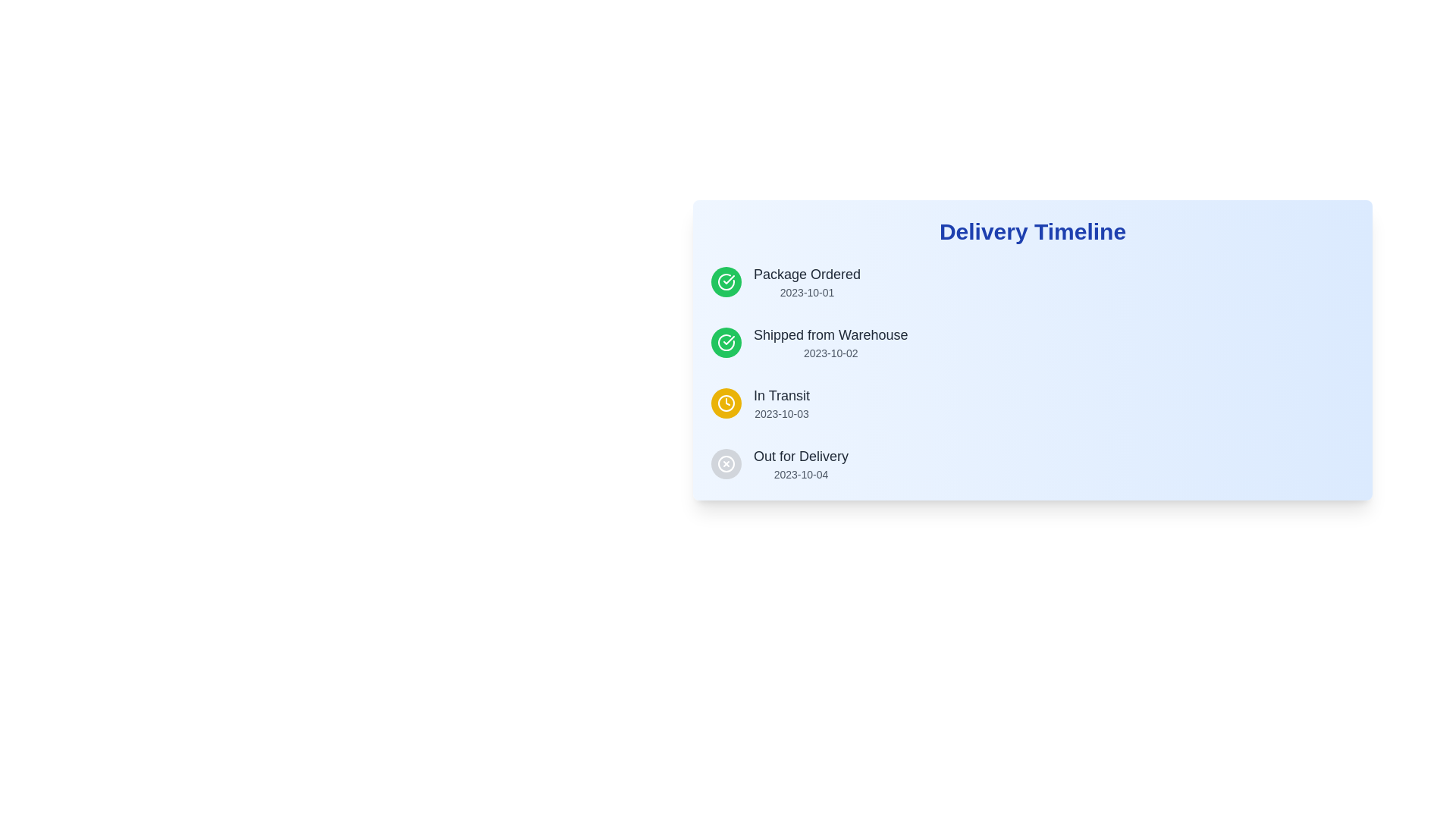 Image resolution: width=1456 pixels, height=819 pixels. What do you see at coordinates (782, 403) in the screenshot?
I see `the 'In Transit' text label that displays the date '2023-10-03' in the vertical timeline layout` at bounding box center [782, 403].